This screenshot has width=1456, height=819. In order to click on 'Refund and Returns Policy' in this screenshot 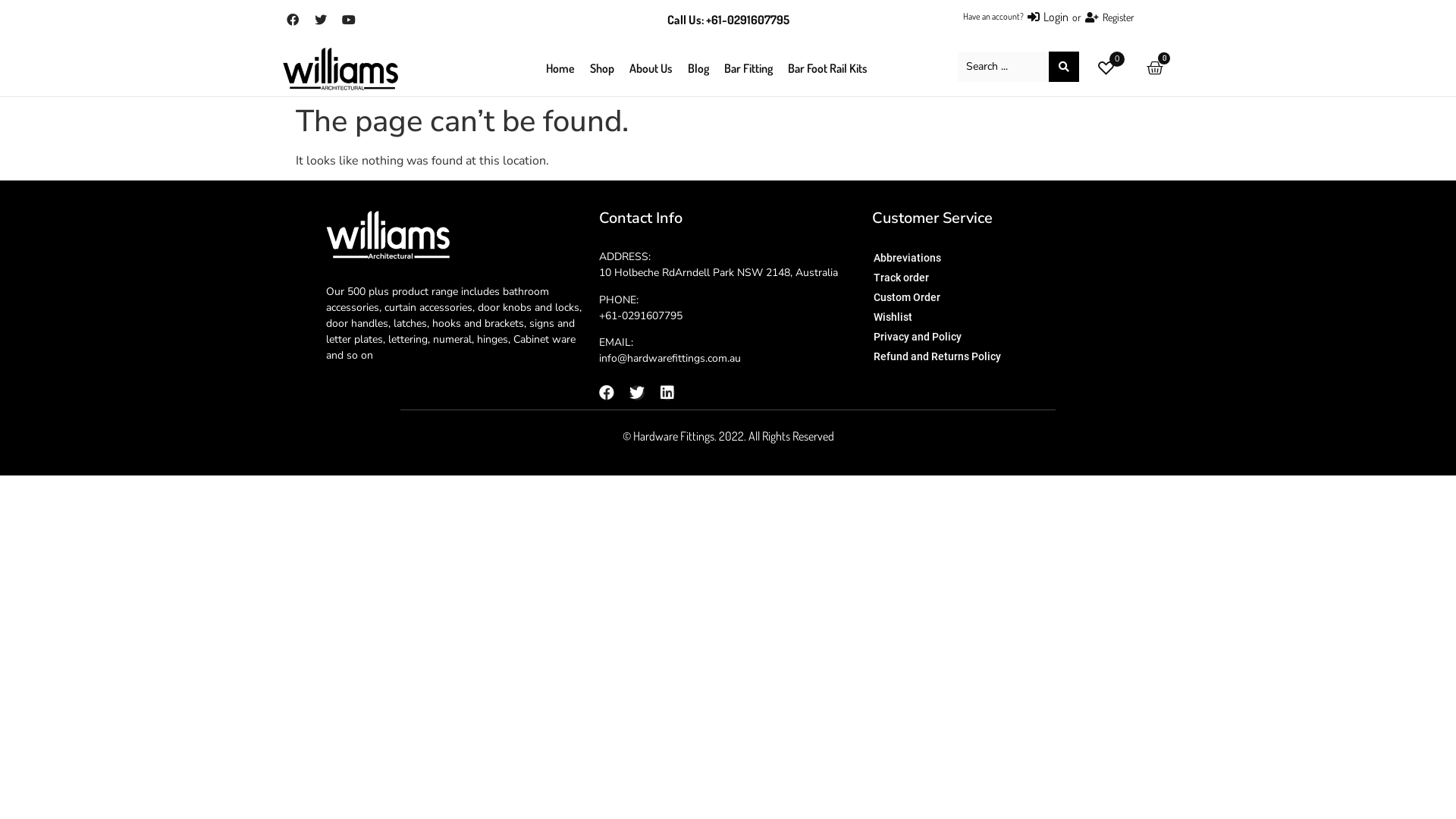, I will do `click(966, 356)`.